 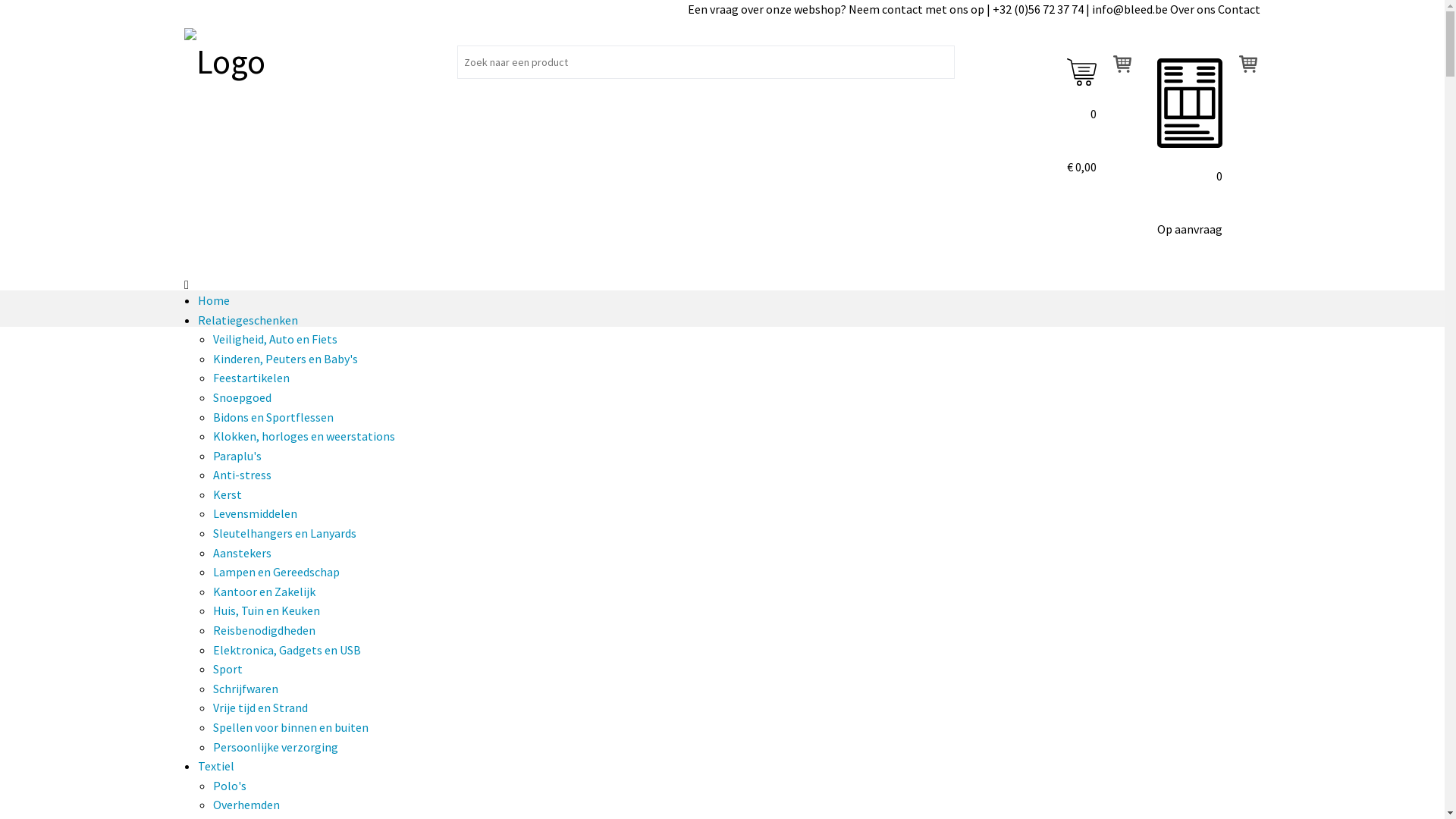 I want to click on 'Persoonlijke verzorging', so click(x=275, y=745).